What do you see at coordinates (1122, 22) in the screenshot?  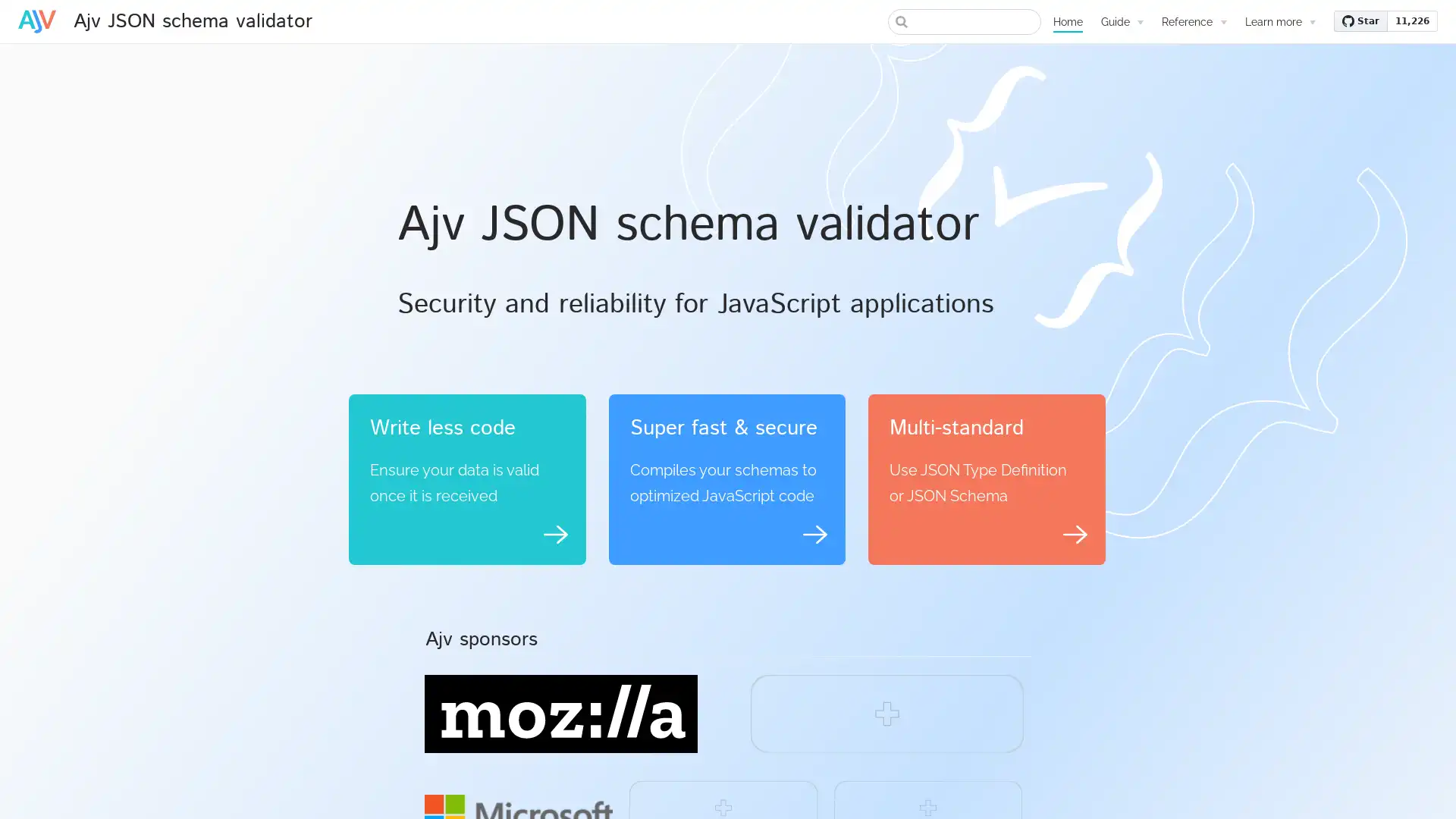 I see `Guide` at bounding box center [1122, 22].